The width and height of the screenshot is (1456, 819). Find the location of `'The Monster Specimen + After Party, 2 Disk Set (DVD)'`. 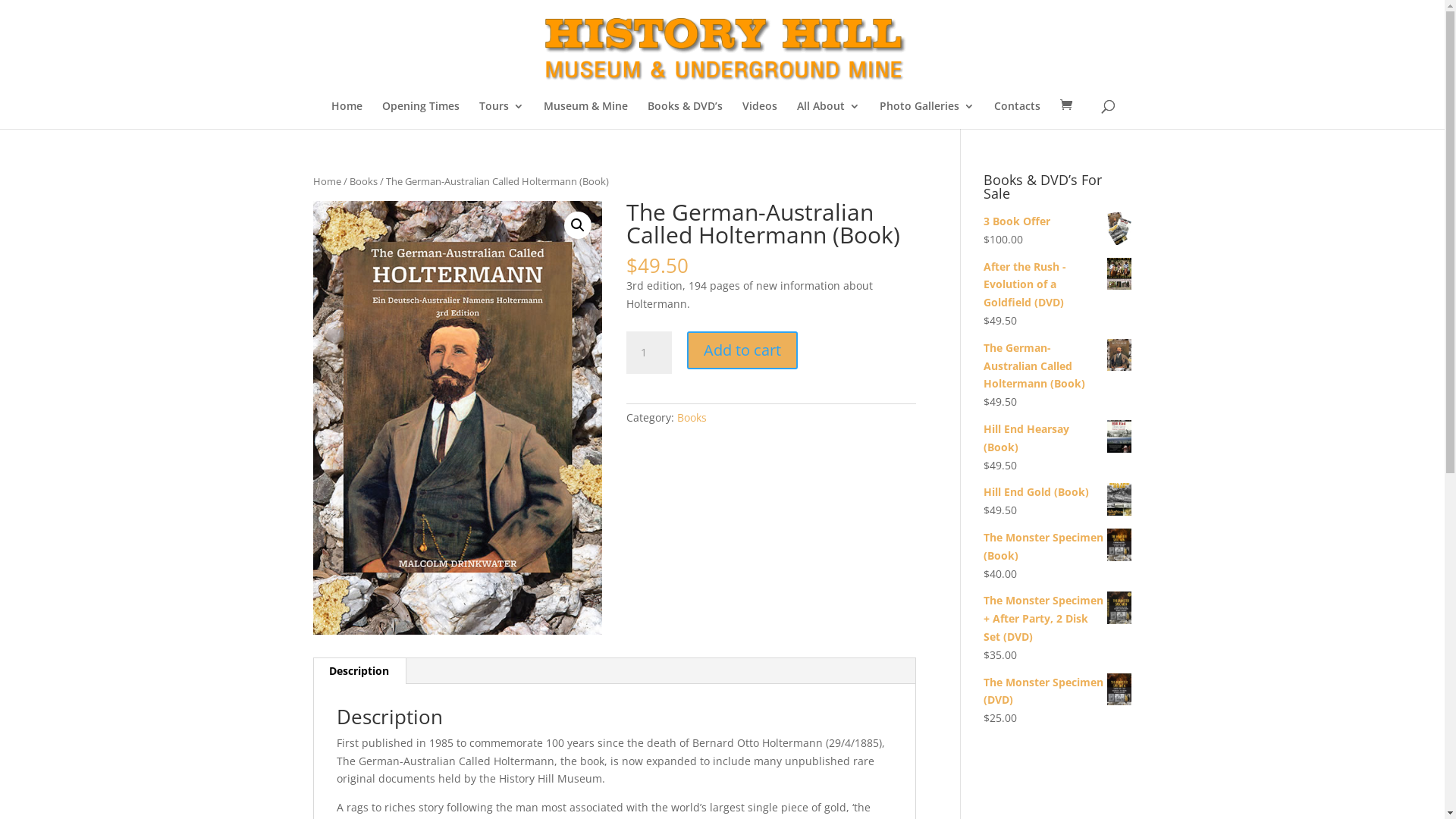

'The Monster Specimen + After Party, 2 Disk Set (DVD)' is located at coordinates (1056, 618).